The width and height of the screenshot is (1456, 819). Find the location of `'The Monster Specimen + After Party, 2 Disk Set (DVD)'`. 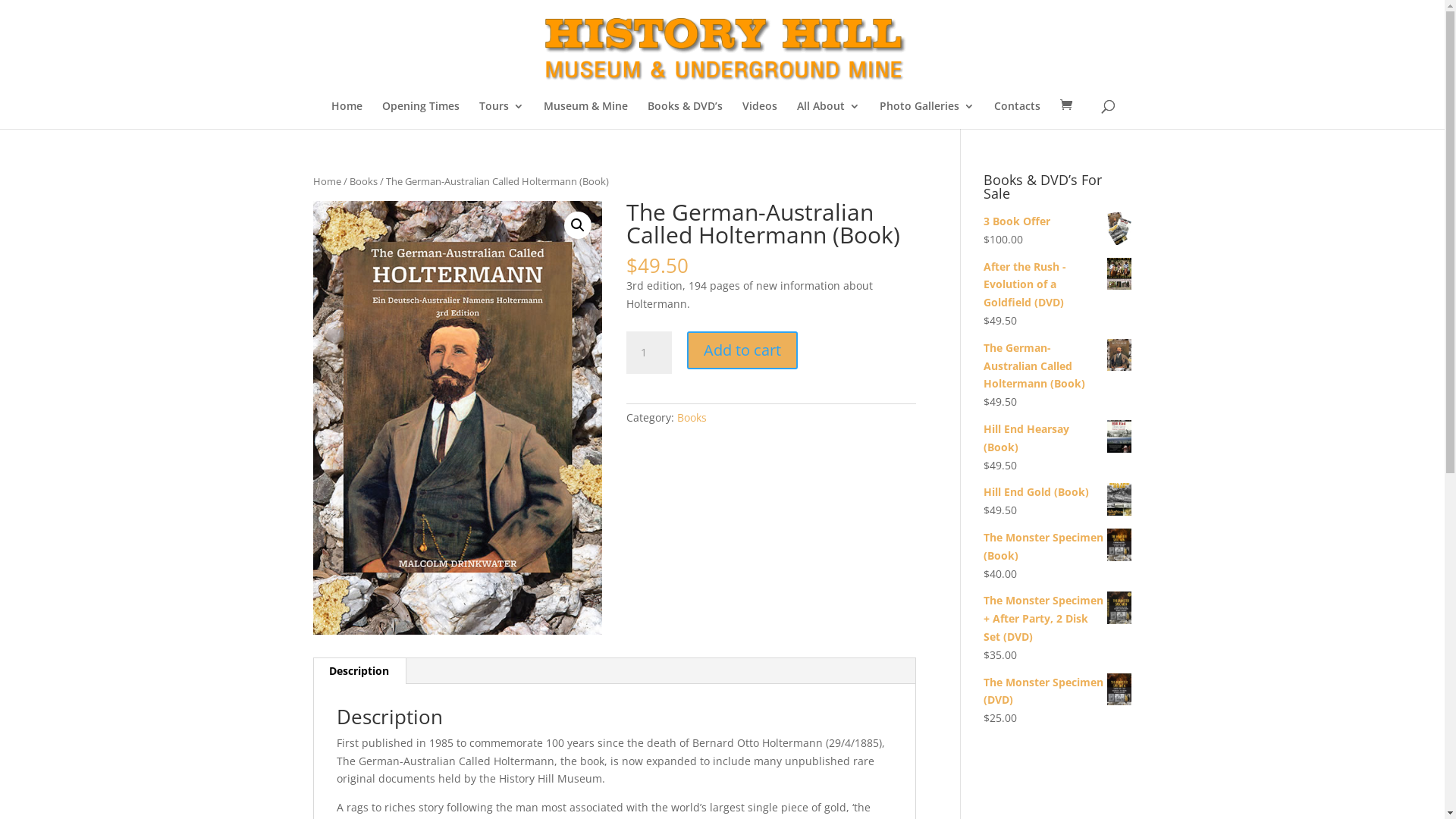

'The Monster Specimen + After Party, 2 Disk Set (DVD)' is located at coordinates (1056, 618).